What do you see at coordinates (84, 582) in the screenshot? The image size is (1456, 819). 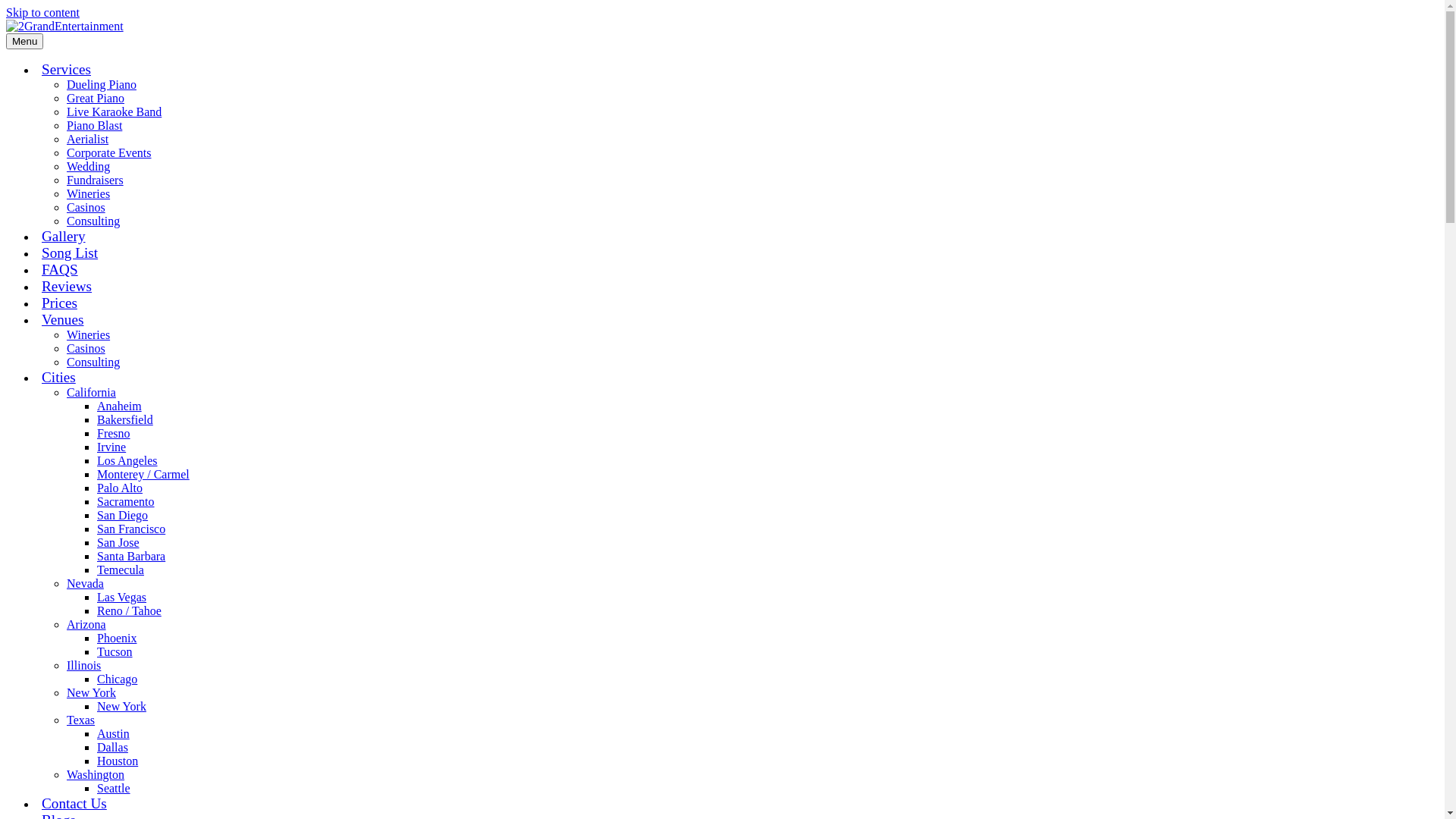 I see `'Nevada'` at bounding box center [84, 582].